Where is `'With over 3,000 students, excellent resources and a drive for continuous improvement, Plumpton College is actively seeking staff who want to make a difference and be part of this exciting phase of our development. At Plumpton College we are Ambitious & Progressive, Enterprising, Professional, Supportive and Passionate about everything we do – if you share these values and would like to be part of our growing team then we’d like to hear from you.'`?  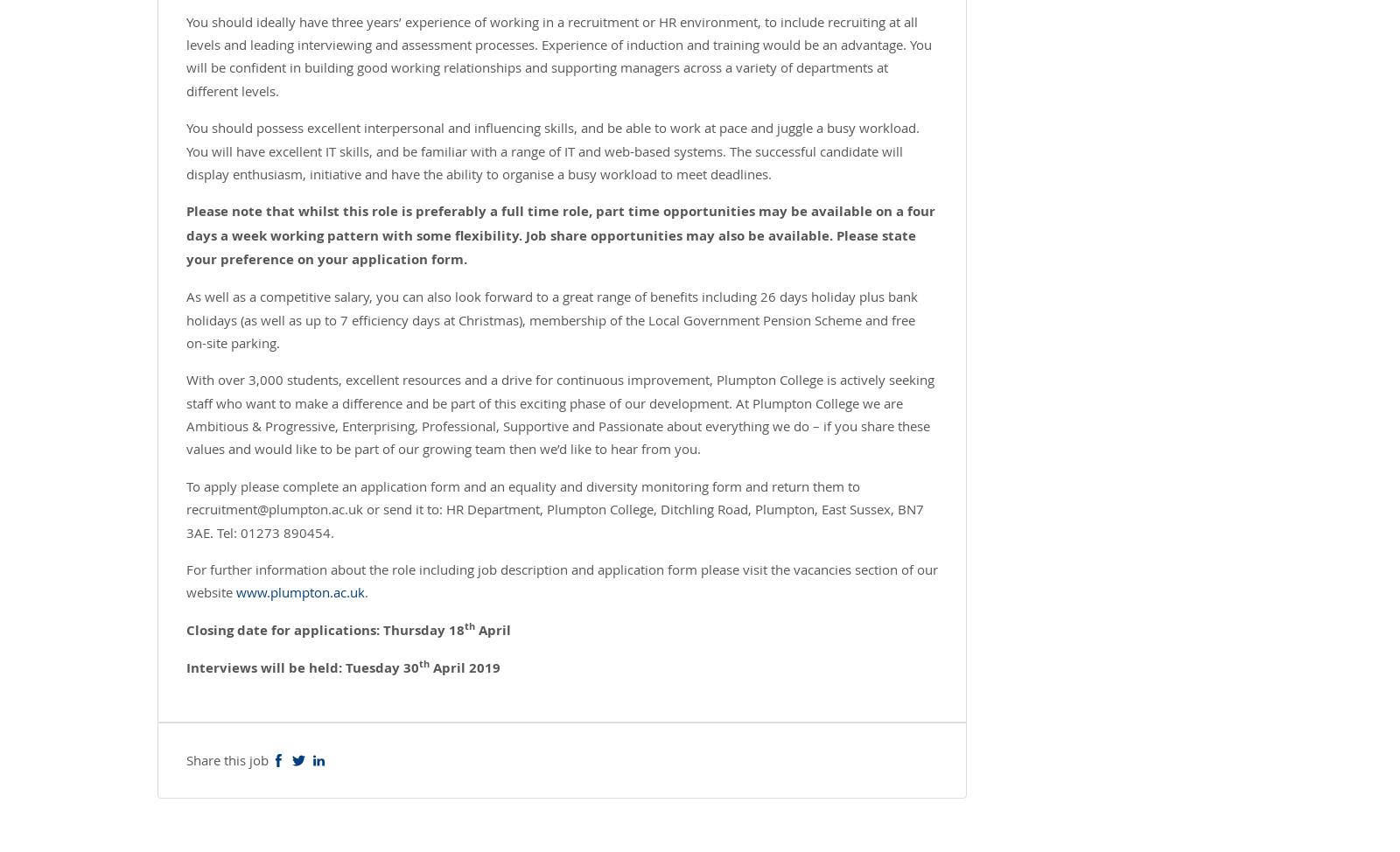
'With over 3,000 students, excellent resources and a drive for continuous improvement, Plumpton College is actively seeking staff who want to make a difference and be part of this exciting phase of our development. At Plumpton College we are Ambitious & Progressive, Enterprising, Professional, Supportive and Passionate about everything we do – if you share these values and would like to be part of our growing team then we’d like to hear from you.' is located at coordinates (560, 413).